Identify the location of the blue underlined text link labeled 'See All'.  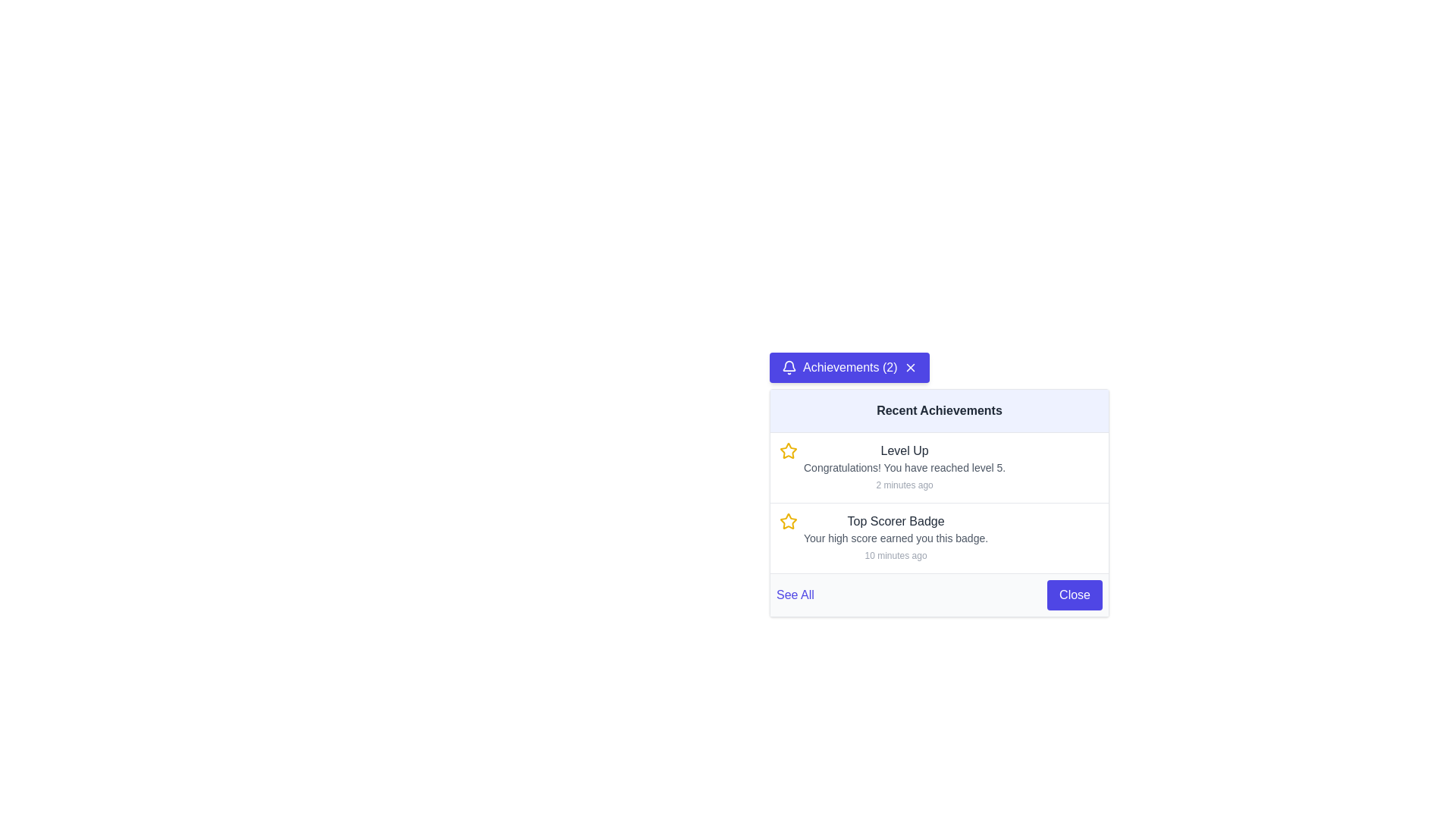
(794, 595).